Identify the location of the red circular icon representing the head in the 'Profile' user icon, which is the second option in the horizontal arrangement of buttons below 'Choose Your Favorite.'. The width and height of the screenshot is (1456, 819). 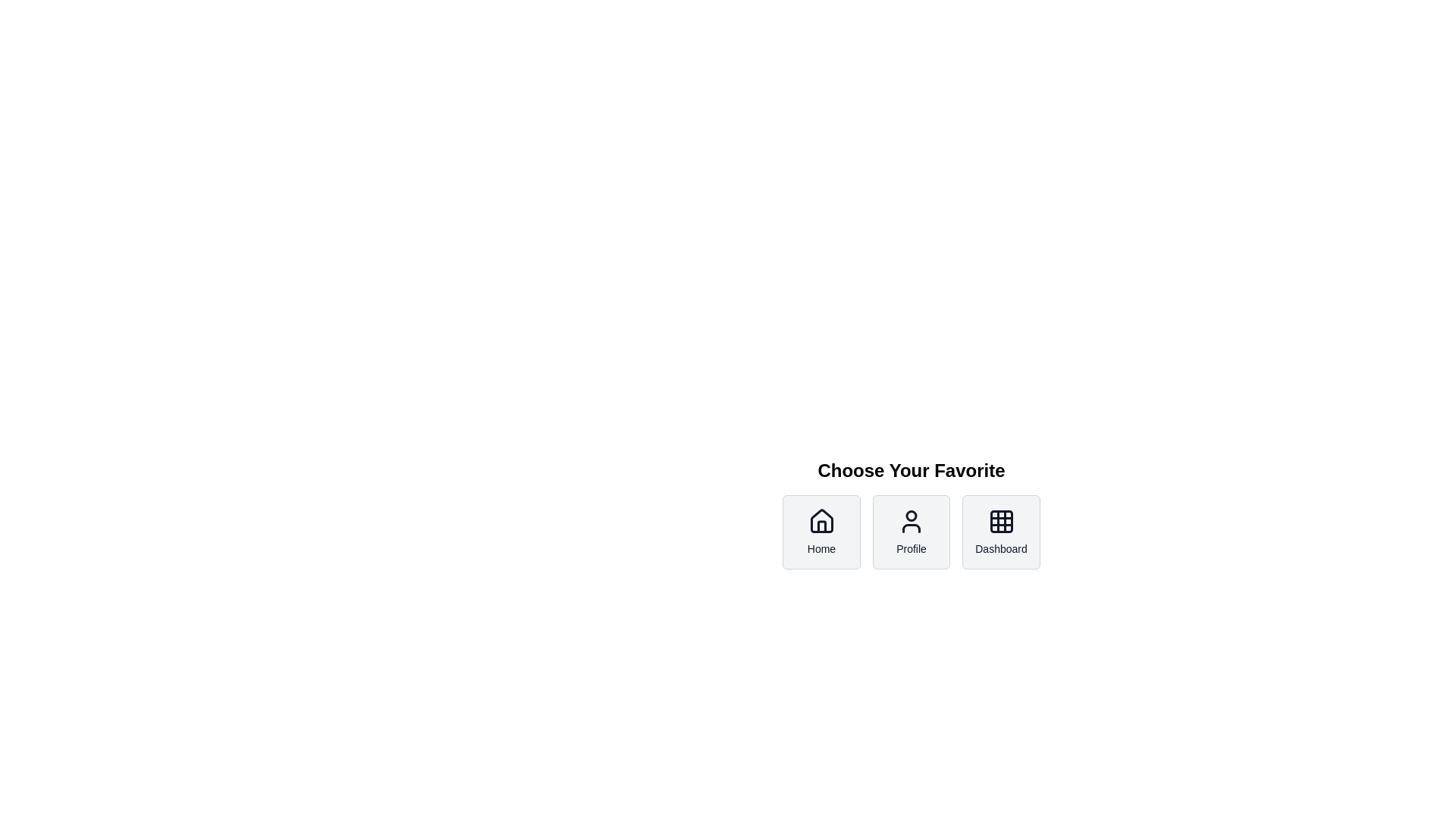
(910, 515).